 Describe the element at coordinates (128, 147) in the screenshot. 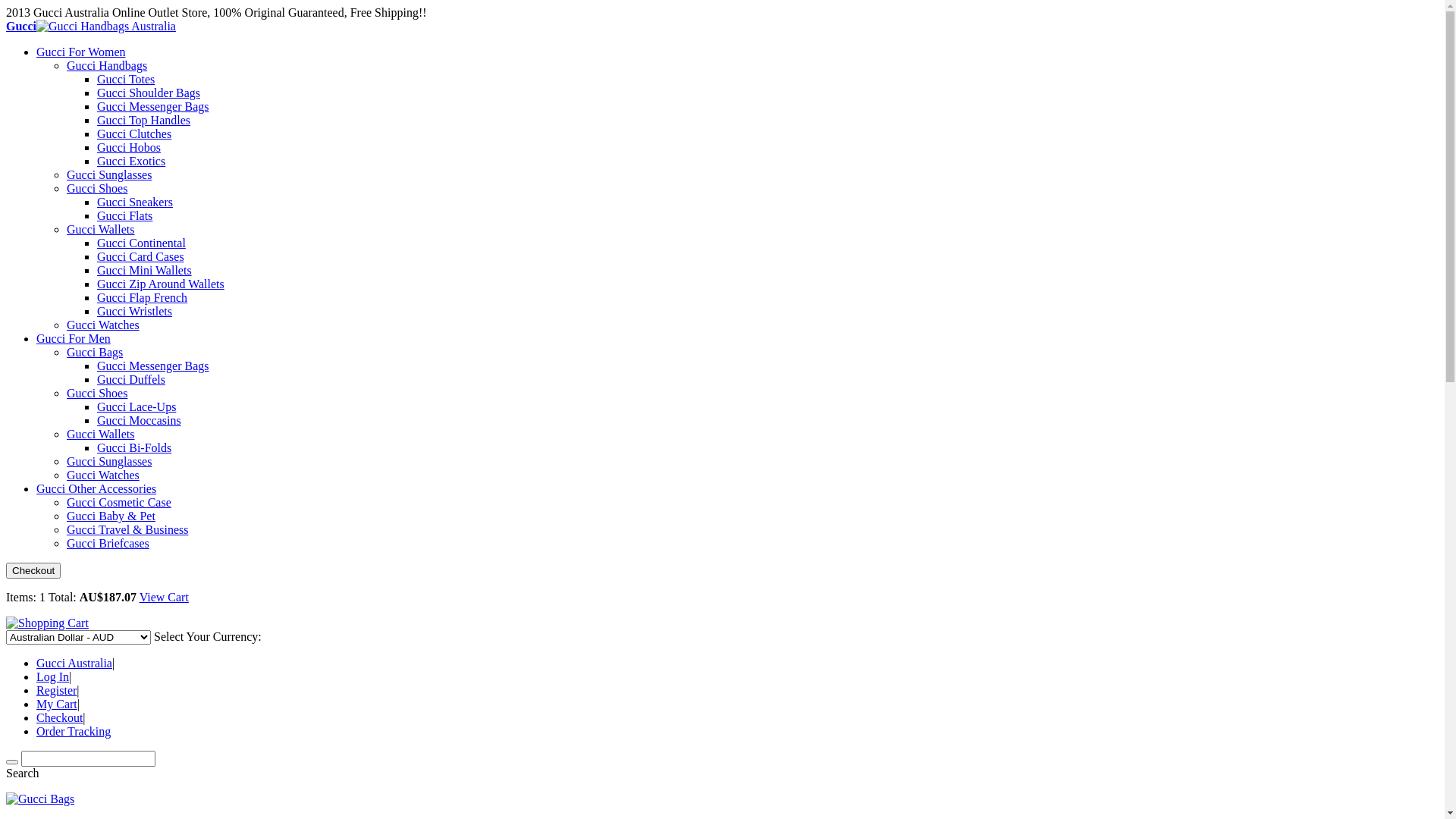

I see `'Gucci Hobos'` at that location.